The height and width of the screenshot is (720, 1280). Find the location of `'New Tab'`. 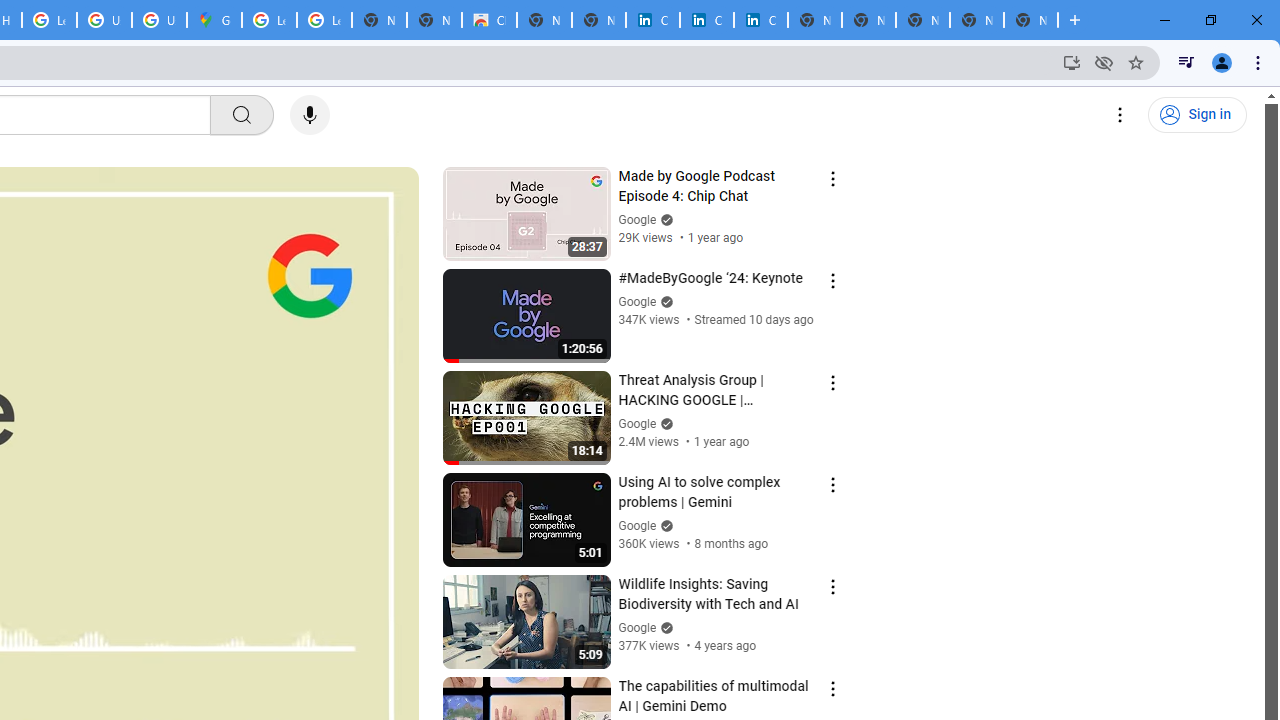

'New Tab' is located at coordinates (1031, 20).